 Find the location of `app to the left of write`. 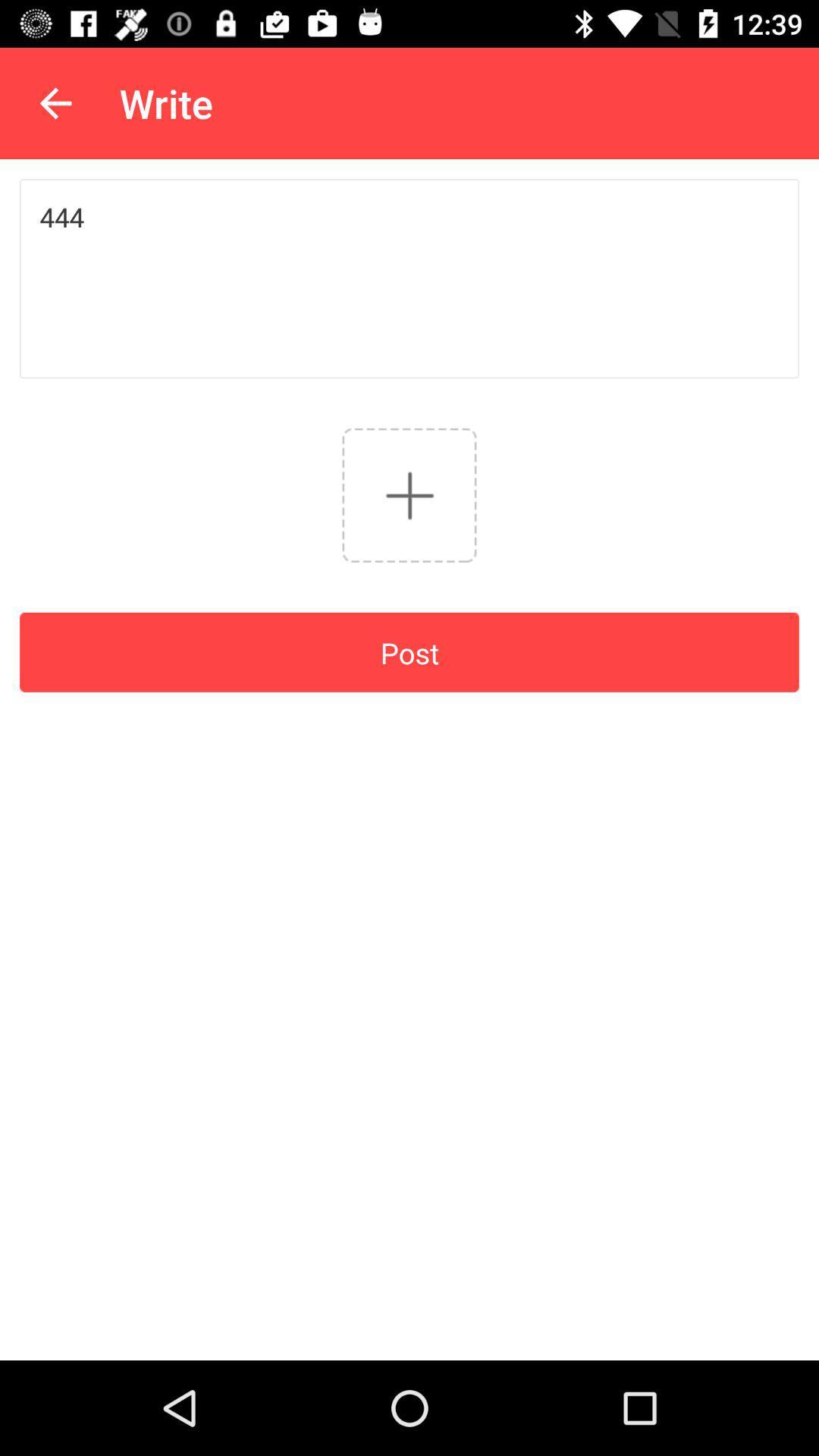

app to the left of write is located at coordinates (55, 102).